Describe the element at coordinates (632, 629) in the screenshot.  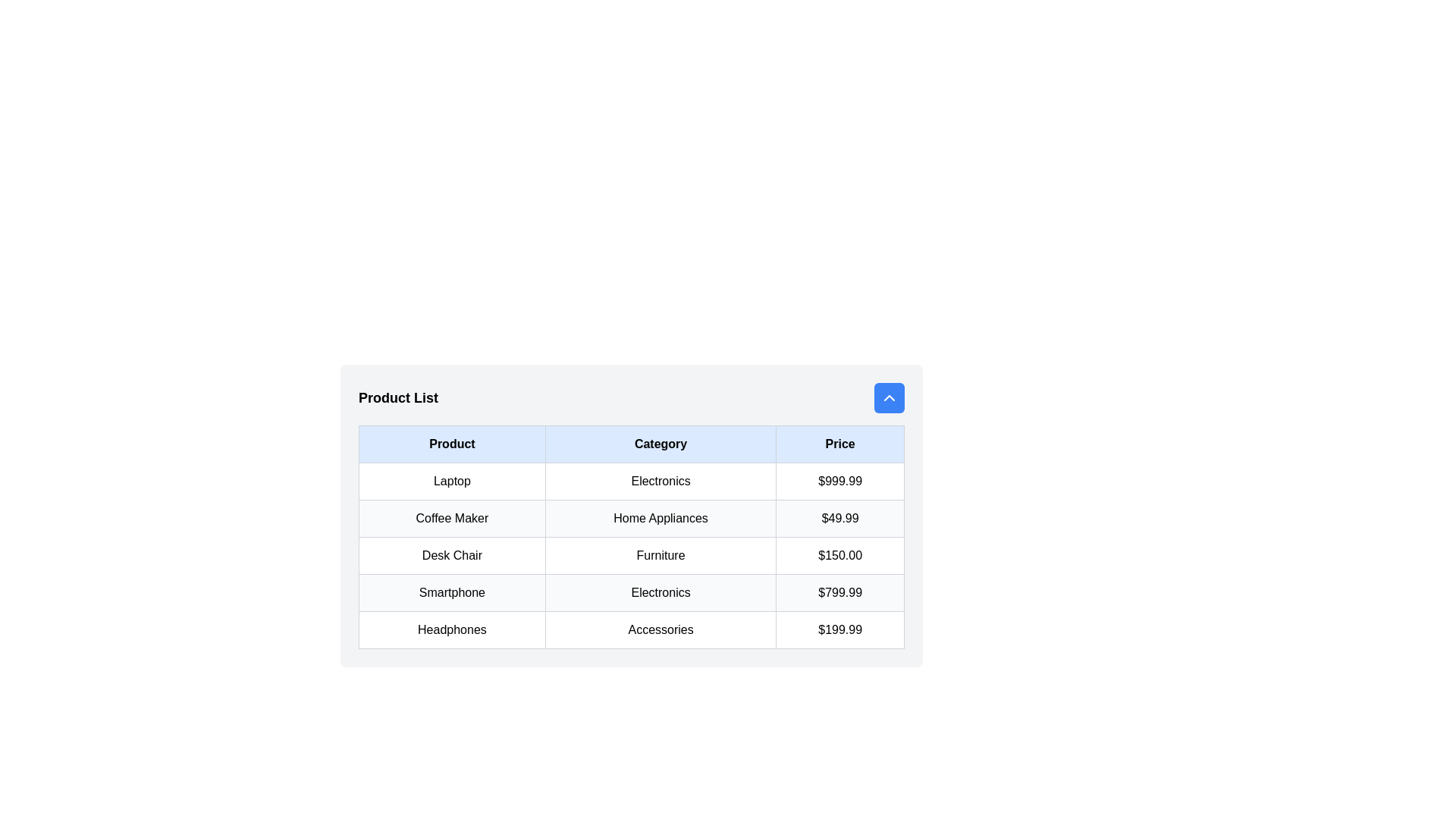
I see `the fifth row` at that location.